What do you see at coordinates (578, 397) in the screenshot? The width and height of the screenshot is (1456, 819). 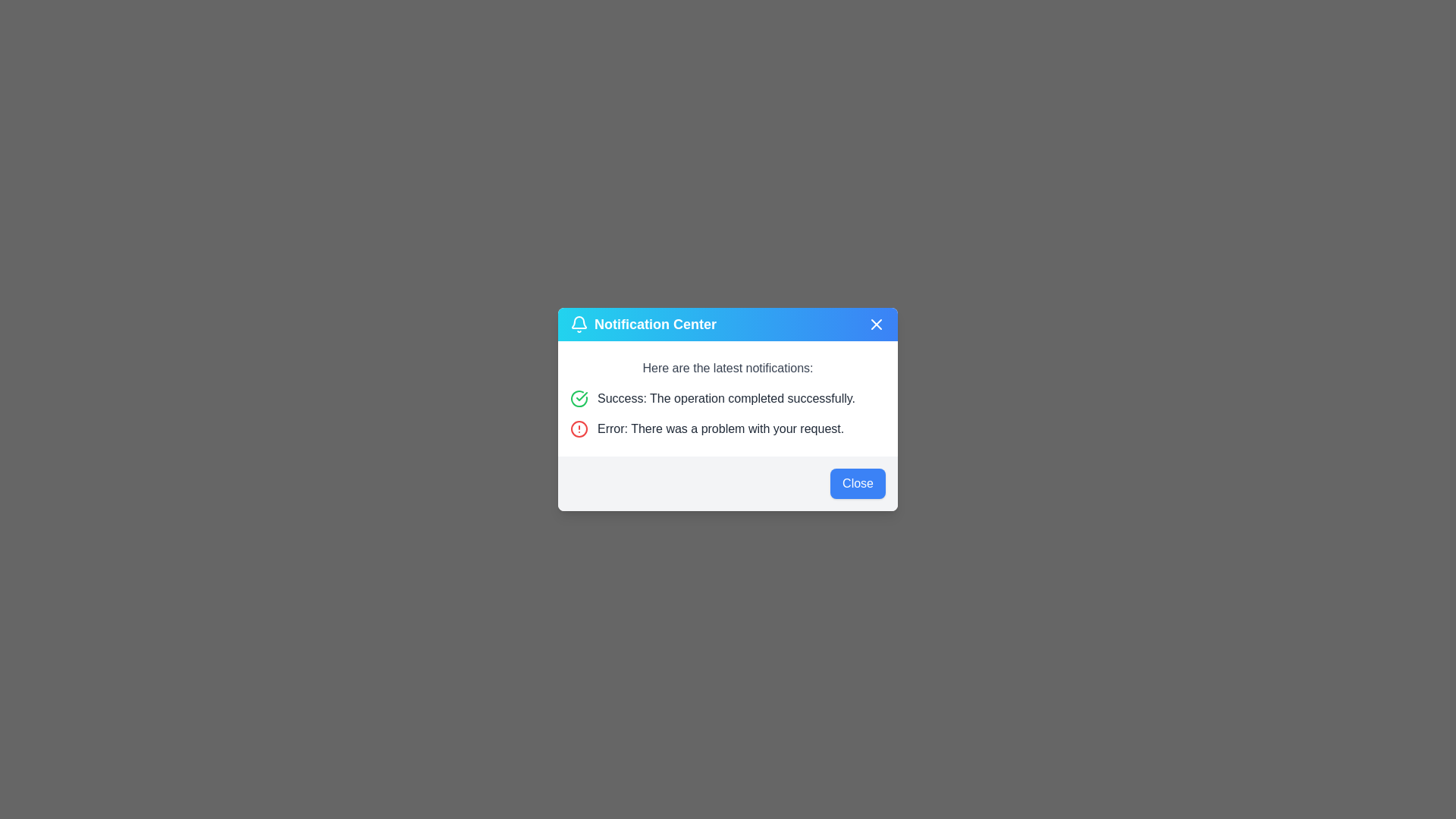 I see `the Decorative SVG icon that represents a checkmark in the success message row, located to the left of the text 'Success: The operation completed successfully.'` at bounding box center [578, 397].